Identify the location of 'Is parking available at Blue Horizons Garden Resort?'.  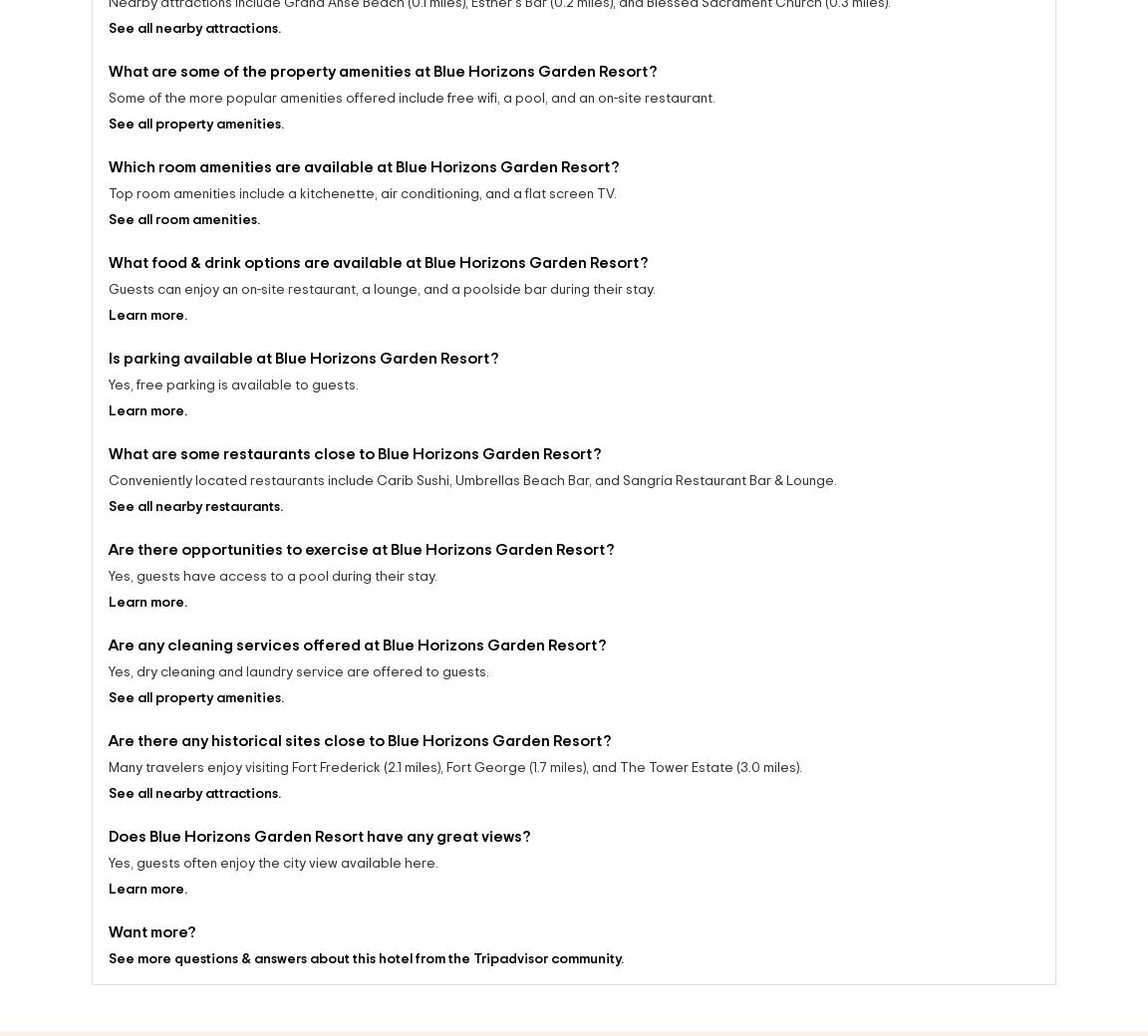
(302, 363).